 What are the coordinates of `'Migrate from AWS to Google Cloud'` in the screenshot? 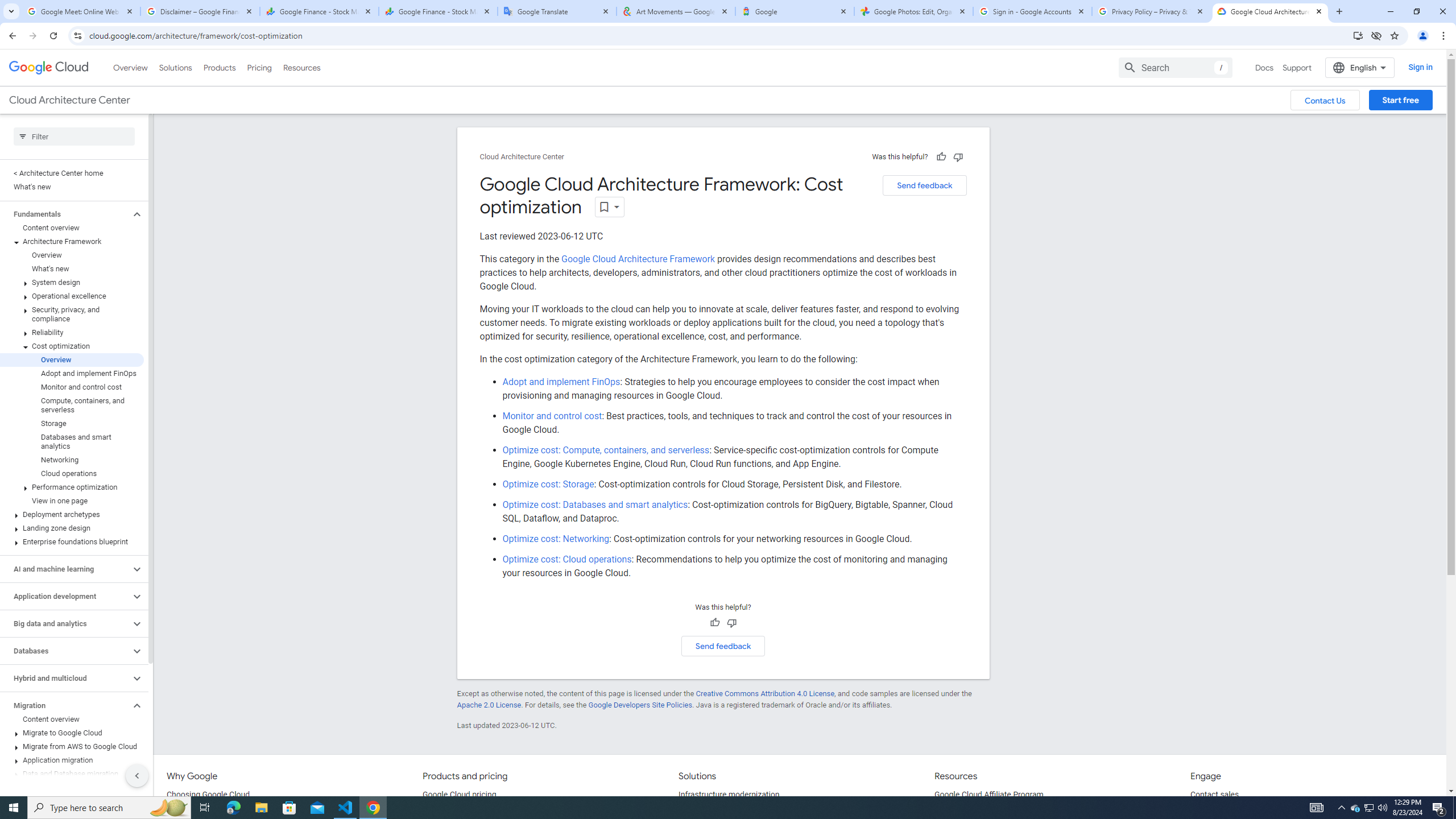 It's located at (72, 746).